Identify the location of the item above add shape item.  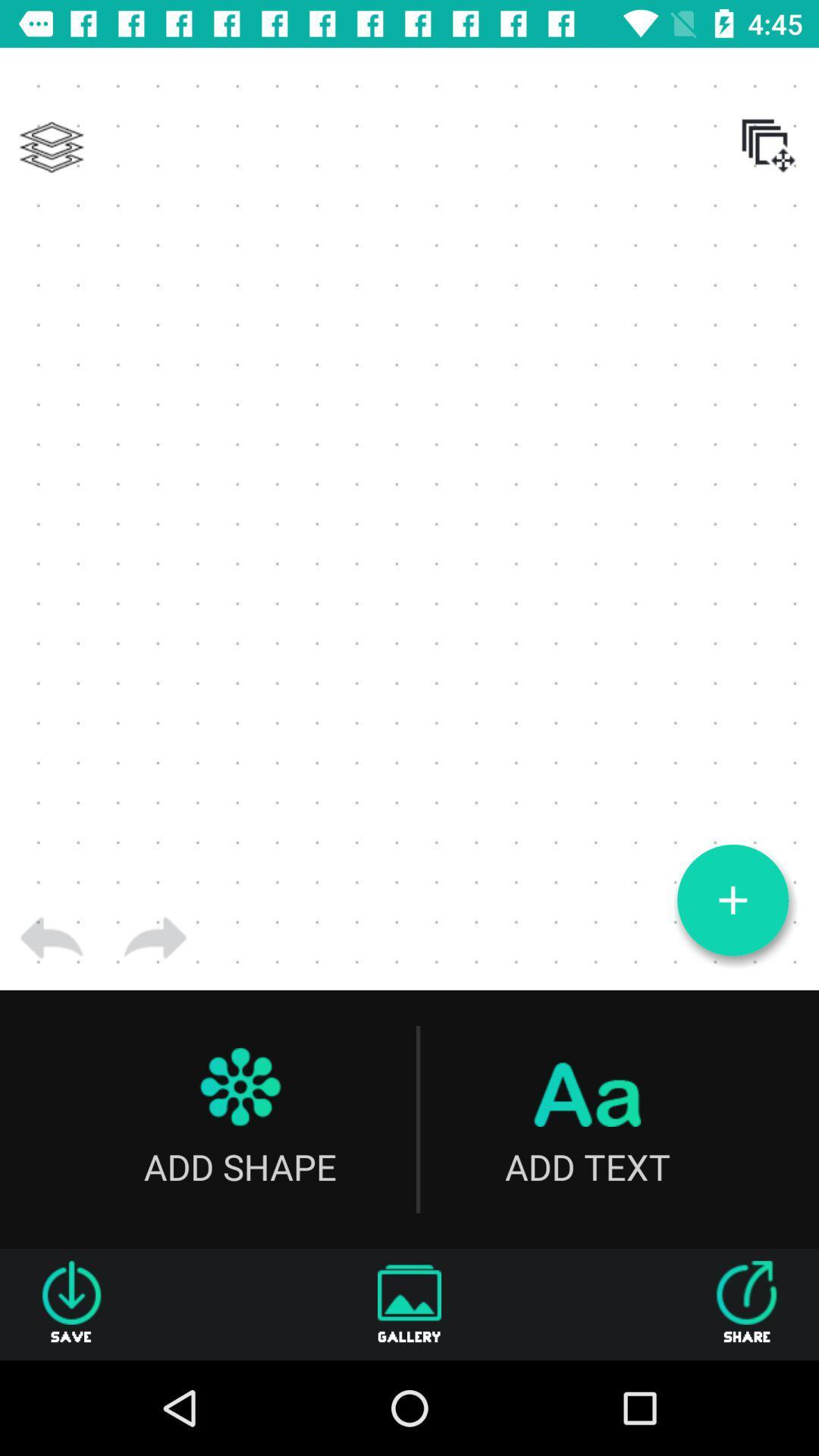
(155, 937).